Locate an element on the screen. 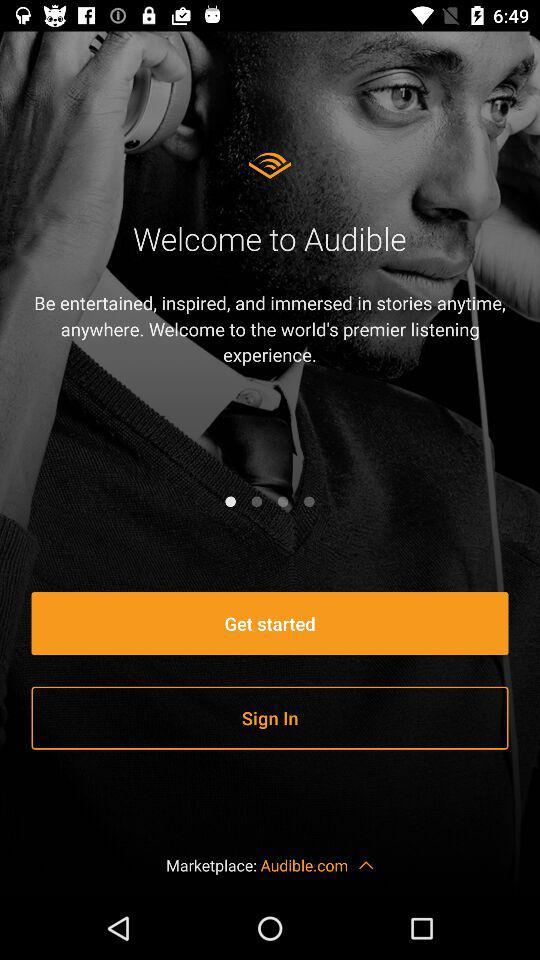 The image size is (540, 960). next is located at coordinates (309, 500).